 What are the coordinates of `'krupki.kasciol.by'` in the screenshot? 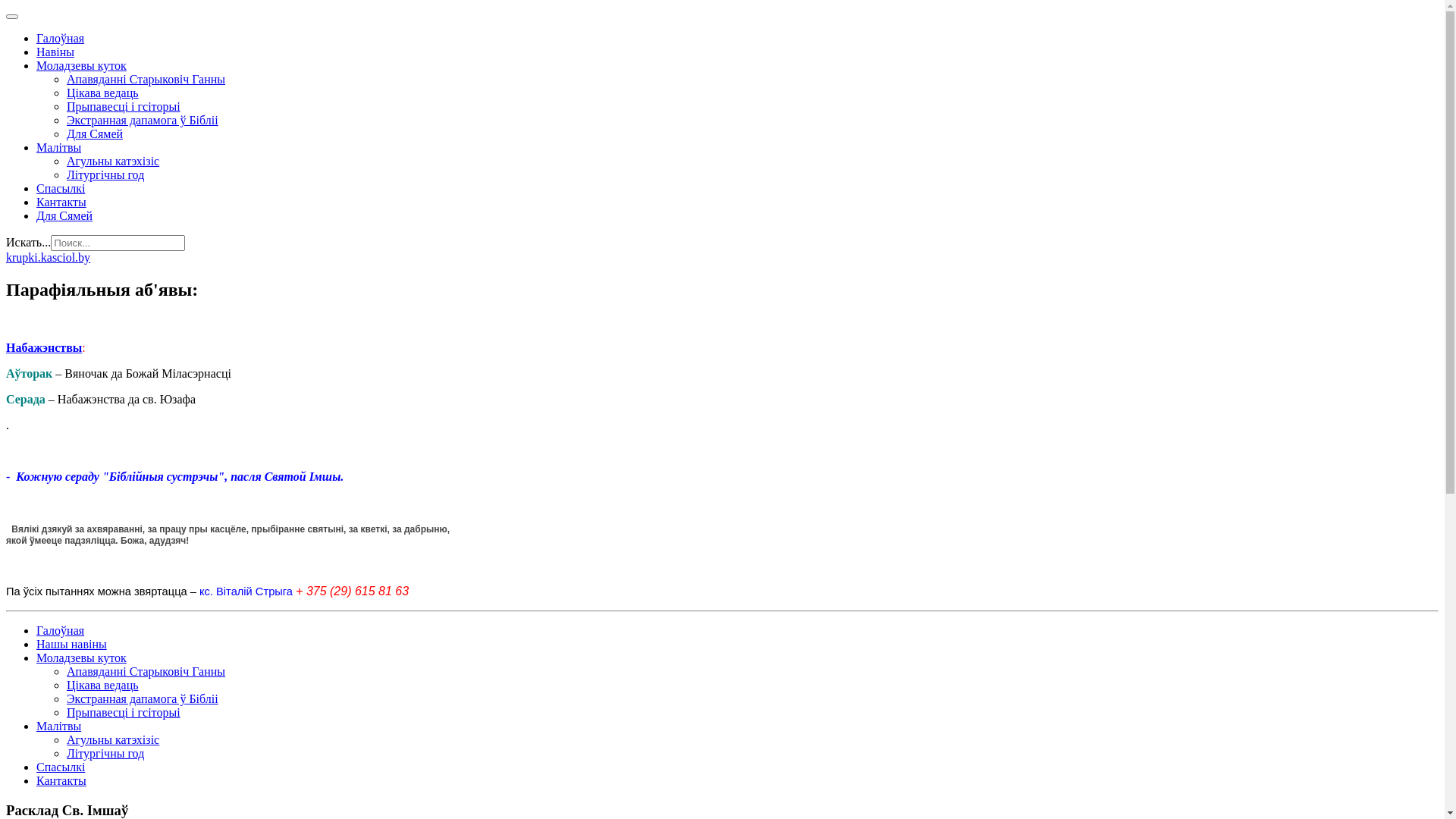 It's located at (6, 256).